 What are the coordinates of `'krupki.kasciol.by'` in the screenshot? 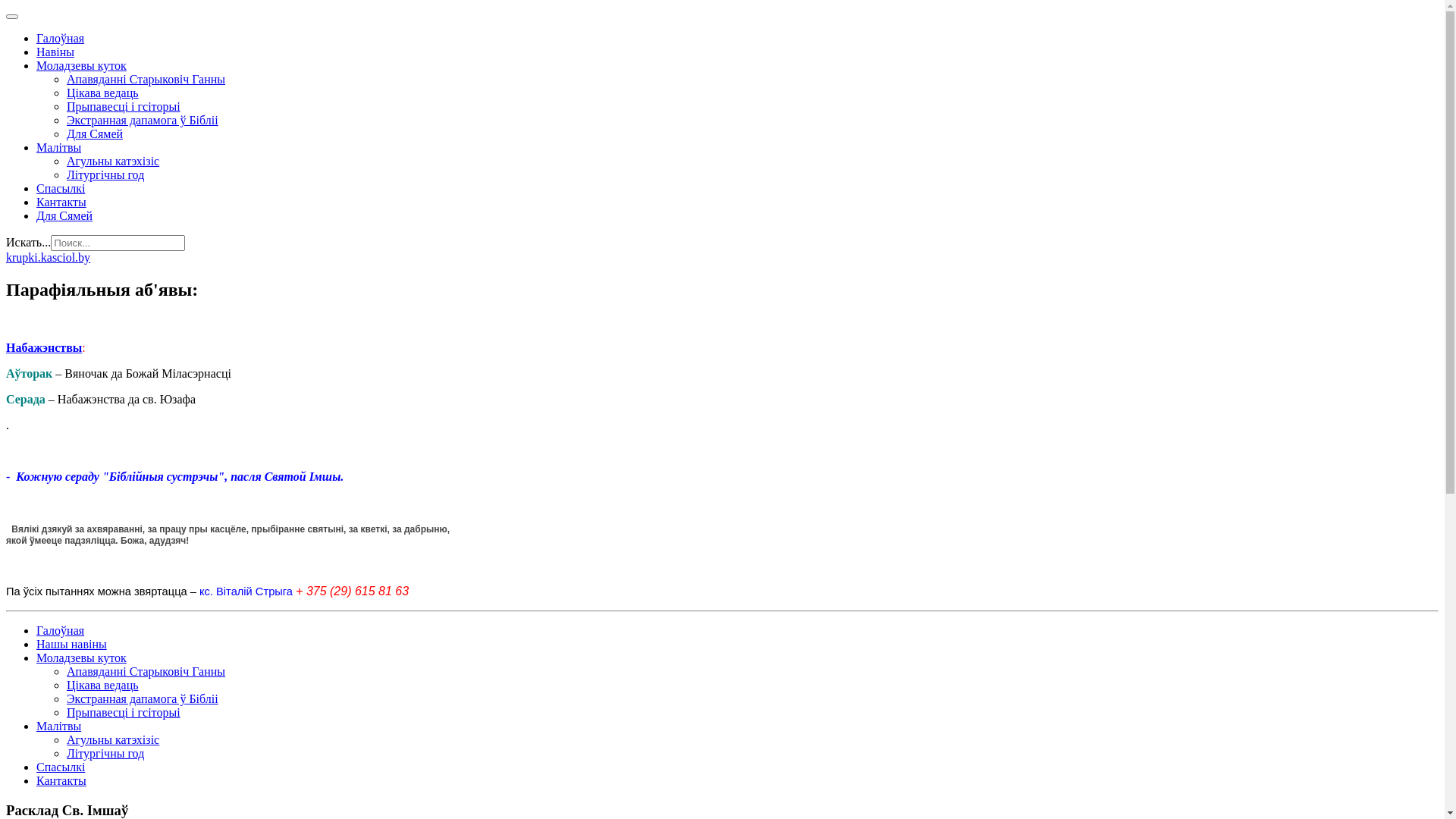 It's located at (6, 256).